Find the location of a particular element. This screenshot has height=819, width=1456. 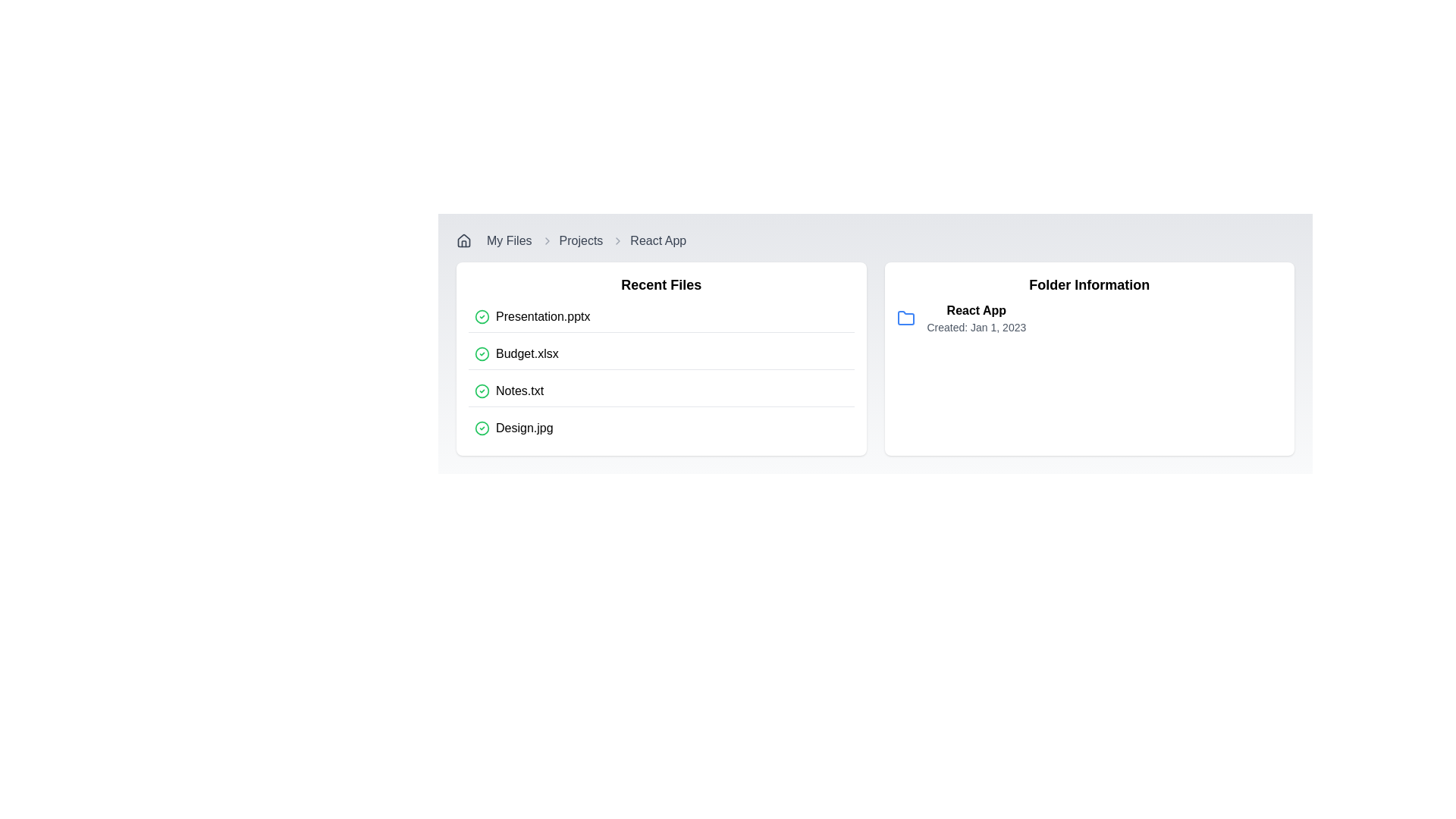

the indicator icon to the left of 'Budget.xlsx' in the second row of the 'Recent Files' list to check its status is located at coordinates (481, 353).